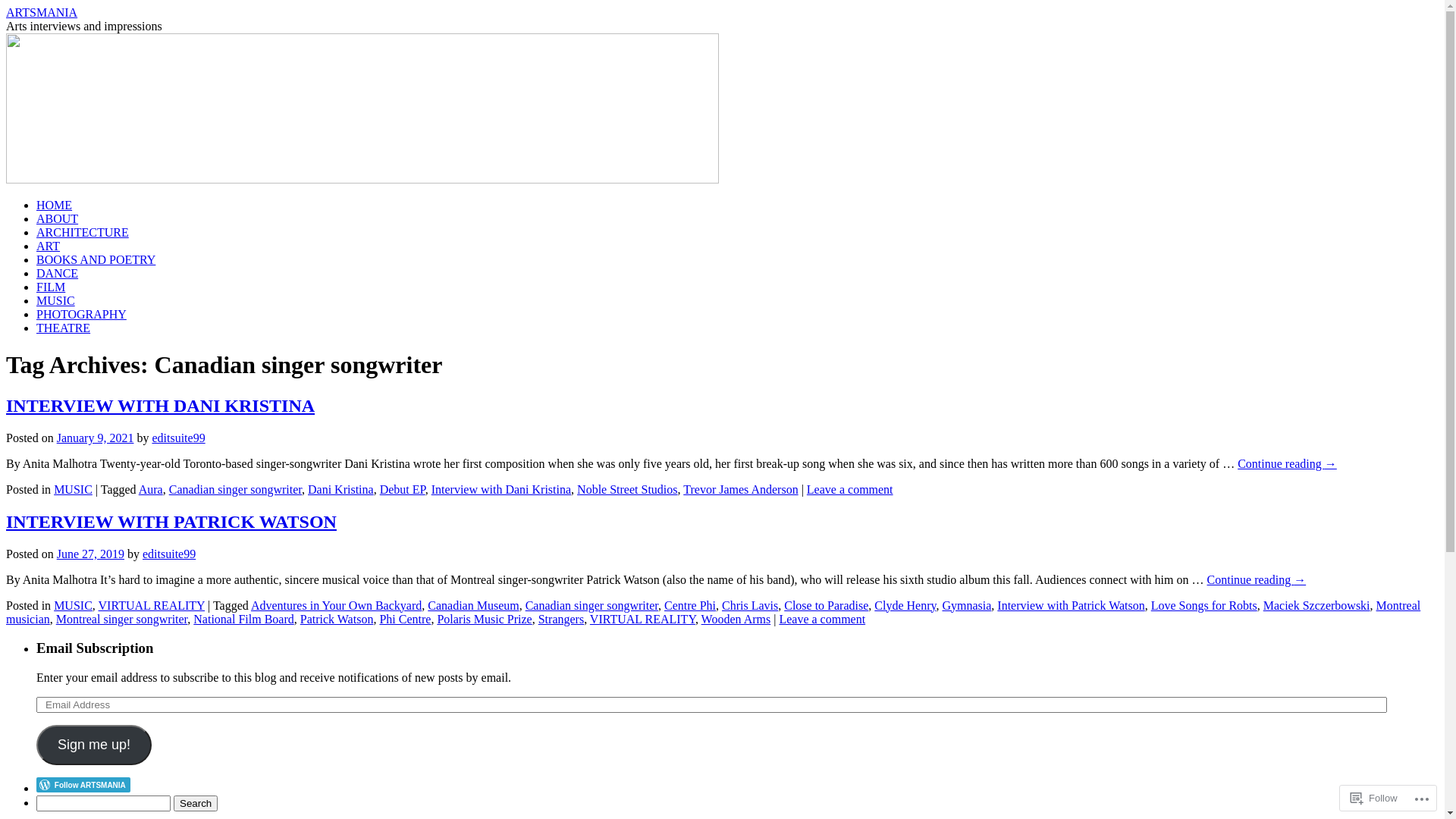 The height and width of the screenshot is (819, 1456). Describe the element at coordinates (335, 604) in the screenshot. I see `'Adventures in Your Own Backyard'` at that location.